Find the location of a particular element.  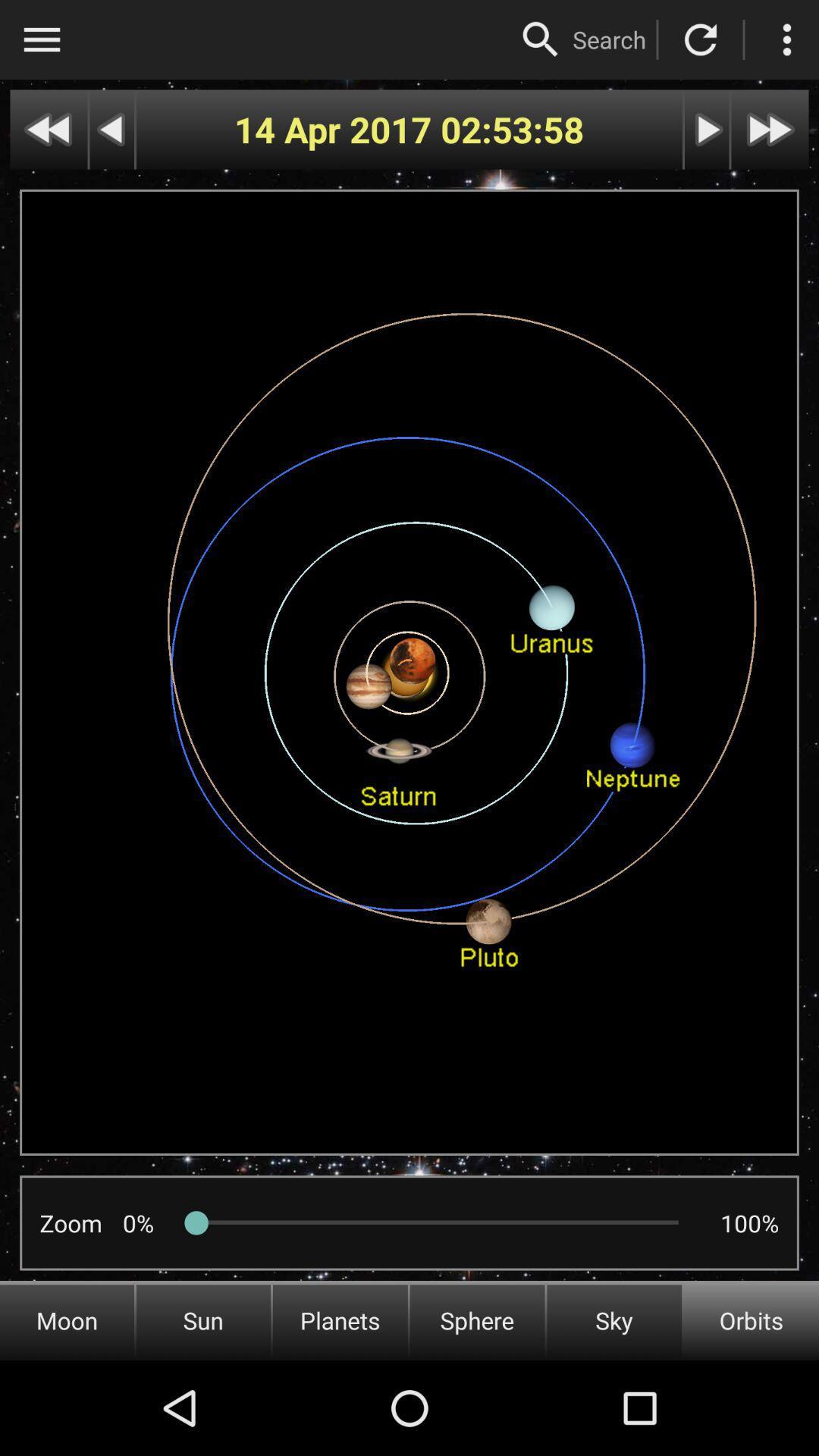

the app next to search is located at coordinates (540, 39).